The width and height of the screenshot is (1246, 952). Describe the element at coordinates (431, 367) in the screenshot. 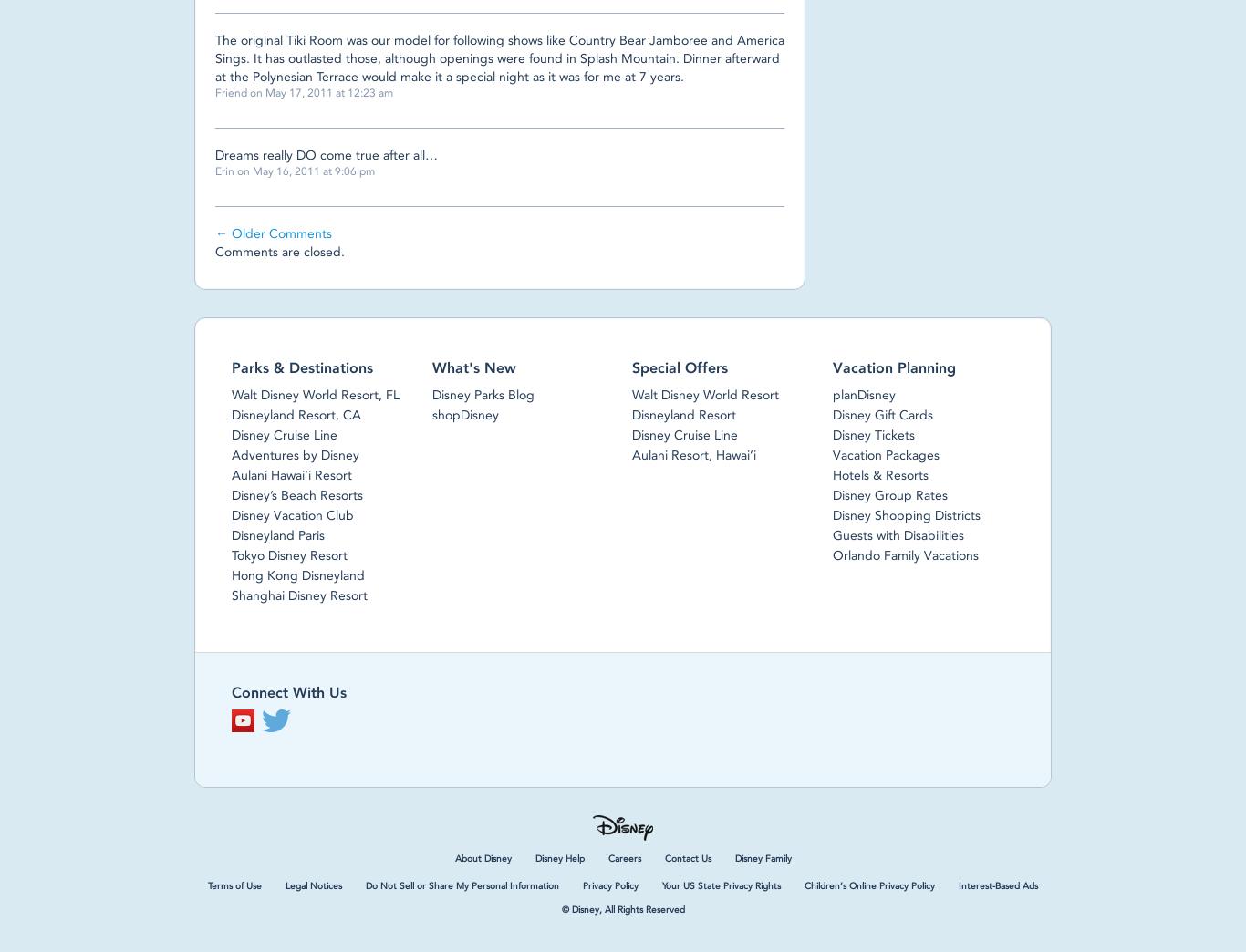

I see `'What's New'` at that location.